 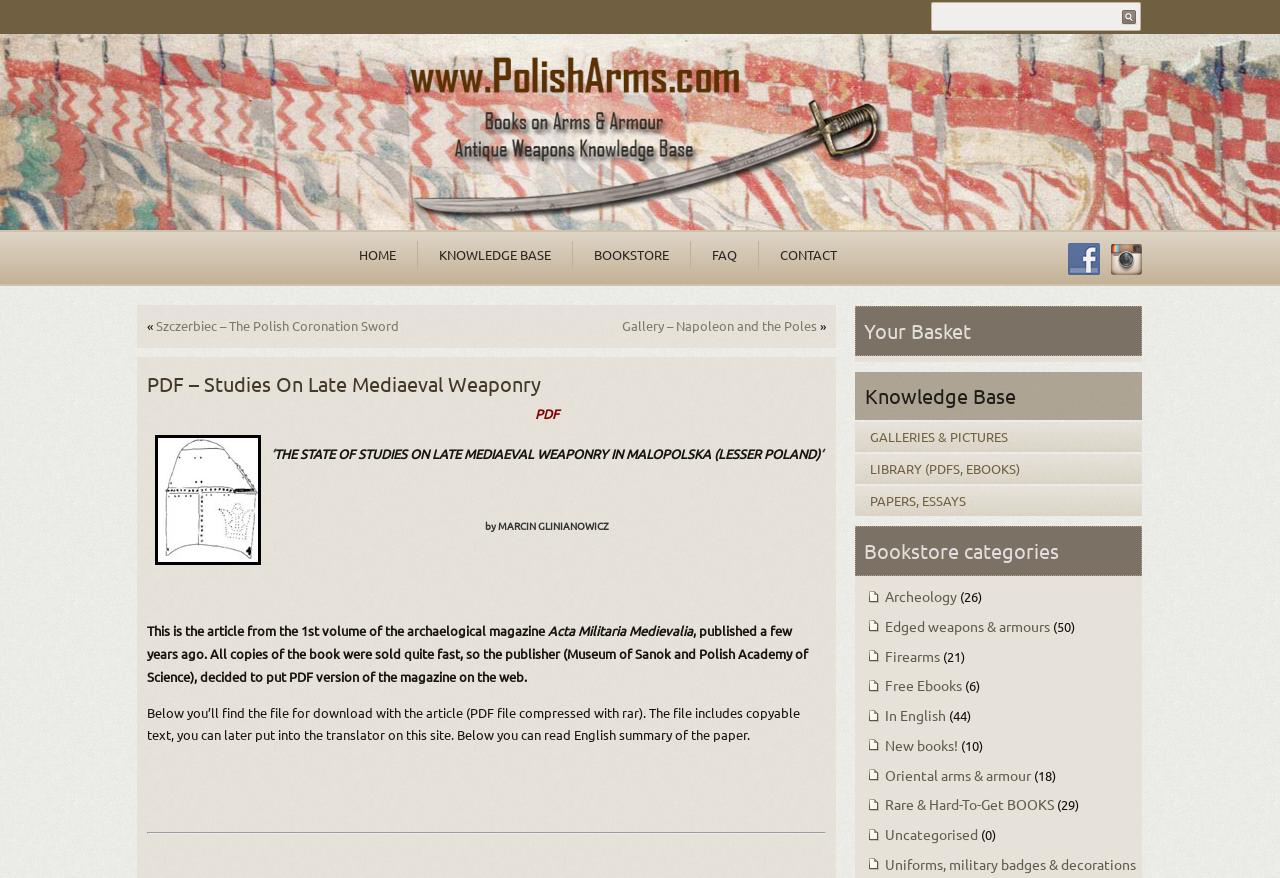 What do you see at coordinates (882, 685) in the screenshot?
I see `'Free Ebooks'` at bounding box center [882, 685].